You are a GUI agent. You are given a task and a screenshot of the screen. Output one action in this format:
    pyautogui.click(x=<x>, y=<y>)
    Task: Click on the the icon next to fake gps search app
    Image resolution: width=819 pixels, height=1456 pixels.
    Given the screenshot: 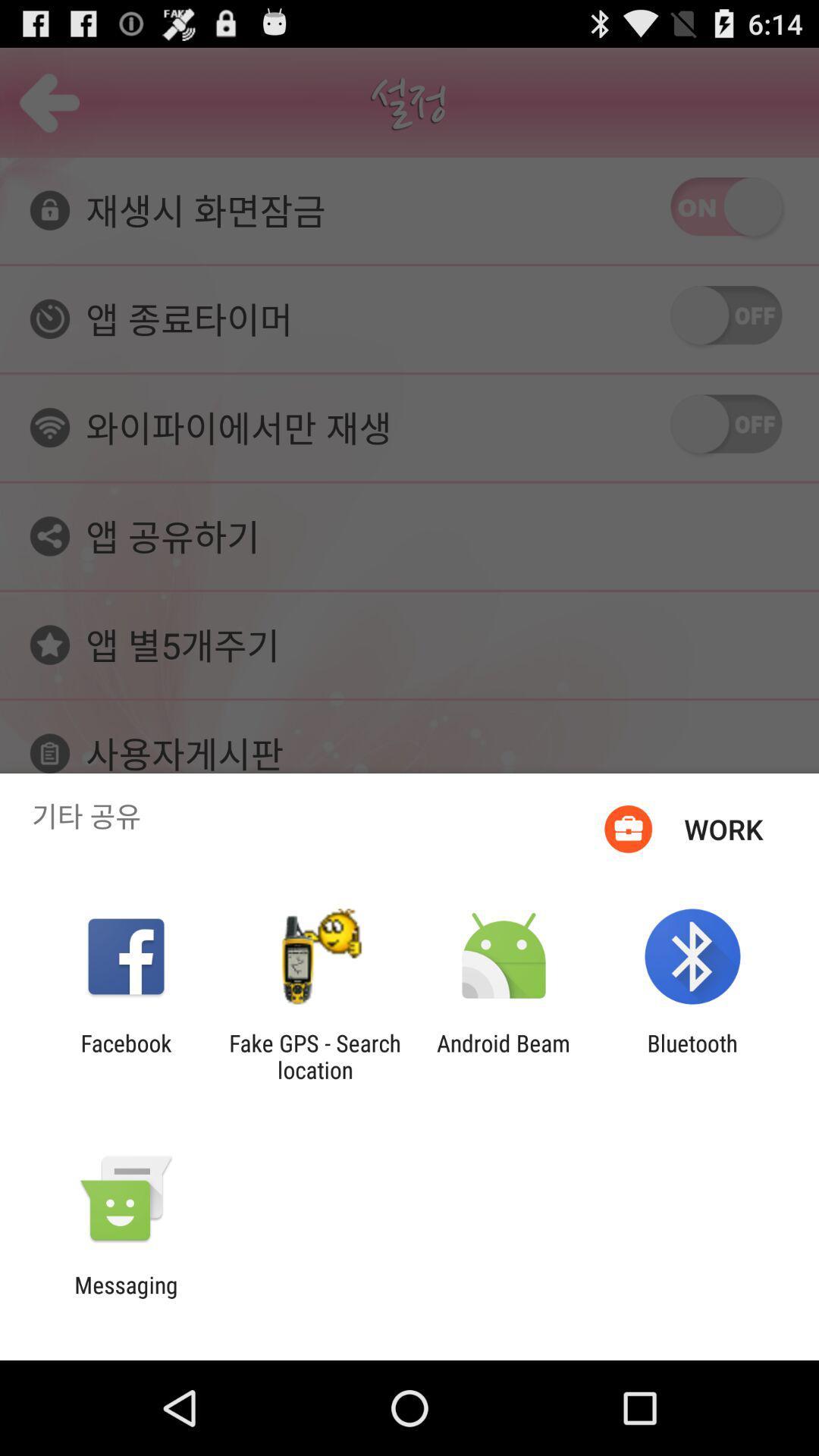 What is the action you would take?
    pyautogui.click(x=125, y=1056)
    